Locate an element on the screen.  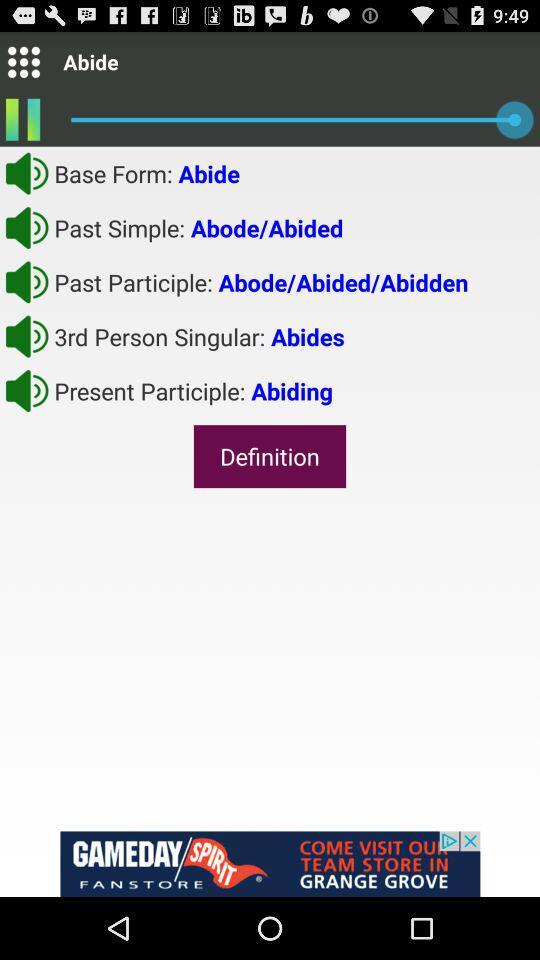
for audio option is located at coordinates (26, 172).